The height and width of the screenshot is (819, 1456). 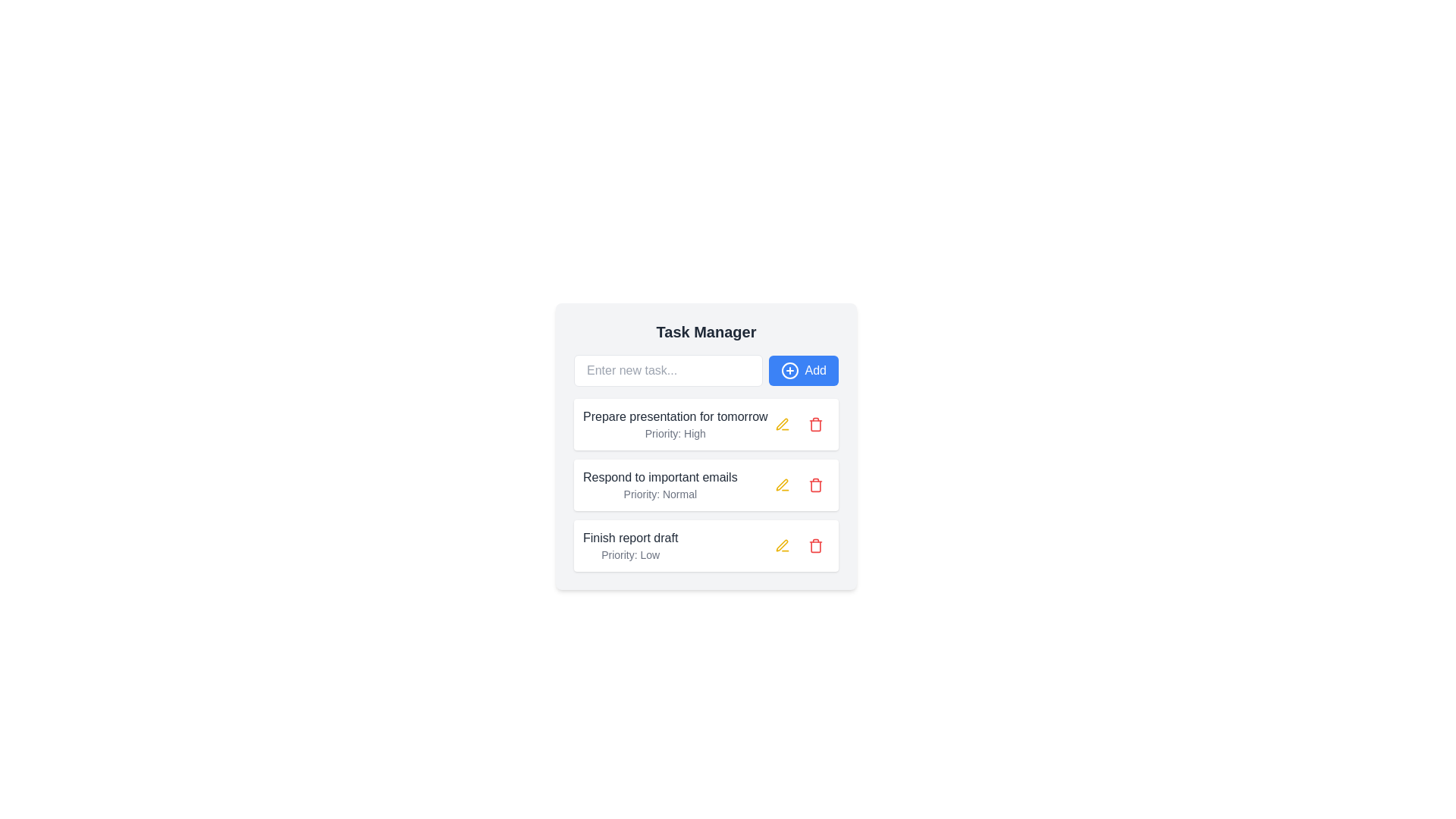 I want to click on the 'Task Manager' title label, which indicates the purpose of the UI module below it, so click(x=705, y=331).